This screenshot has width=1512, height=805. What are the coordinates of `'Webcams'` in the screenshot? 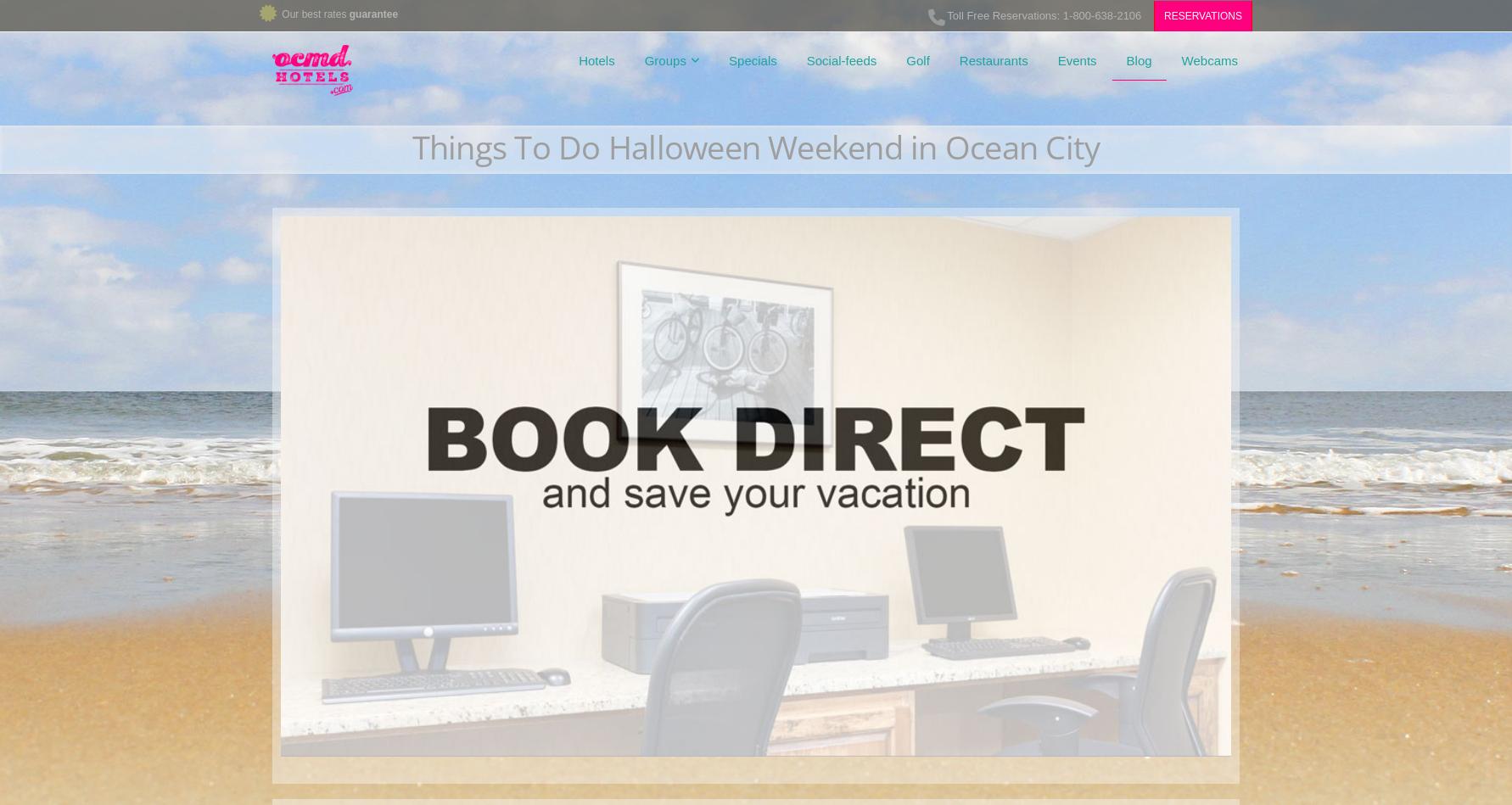 It's located at (1208, 60).